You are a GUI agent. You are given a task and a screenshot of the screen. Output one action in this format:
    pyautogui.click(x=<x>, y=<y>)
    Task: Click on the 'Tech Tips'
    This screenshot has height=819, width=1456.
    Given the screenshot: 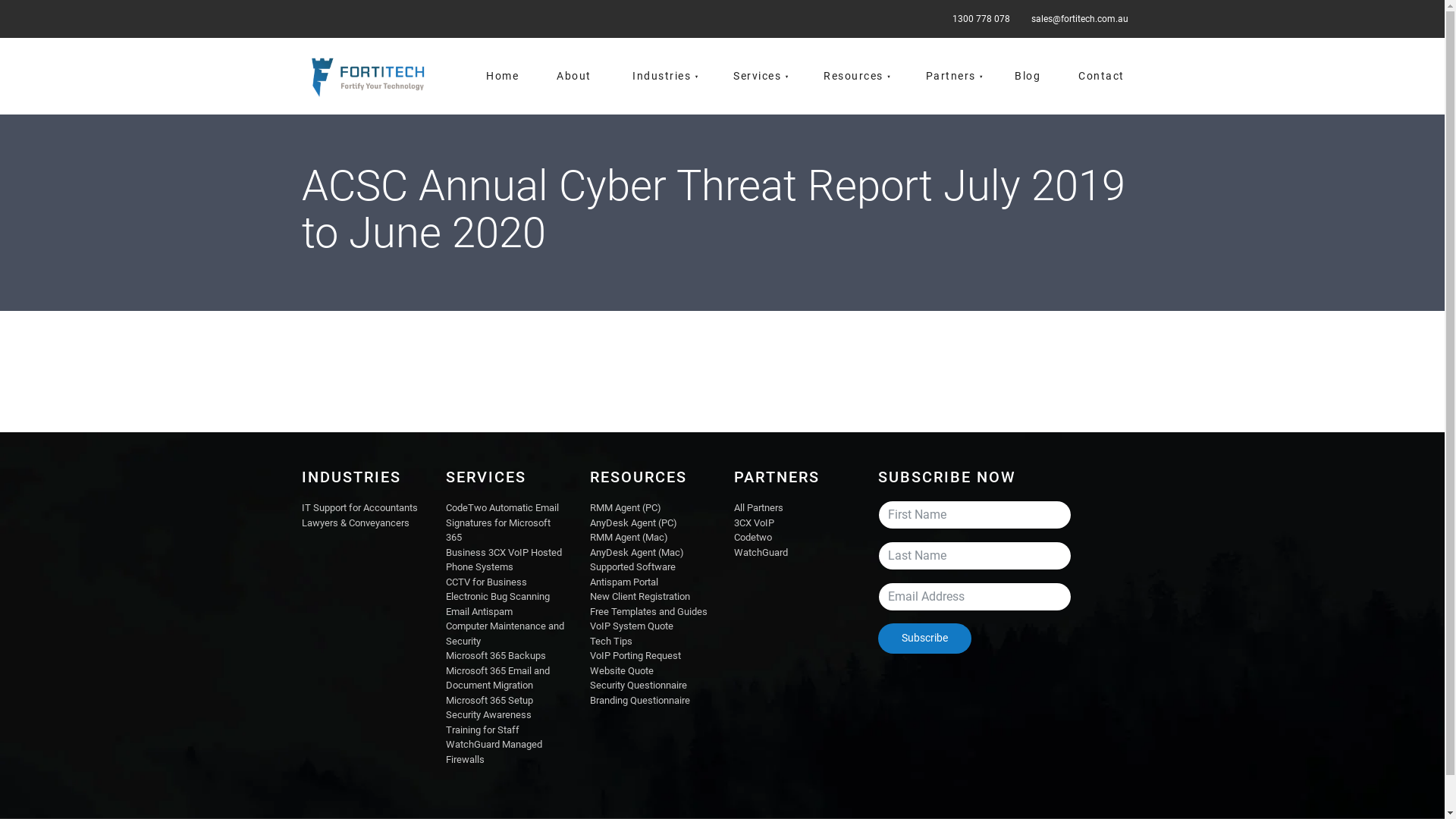 What is the action you would take?
    pyautogui.click(x=611, y=641)
    